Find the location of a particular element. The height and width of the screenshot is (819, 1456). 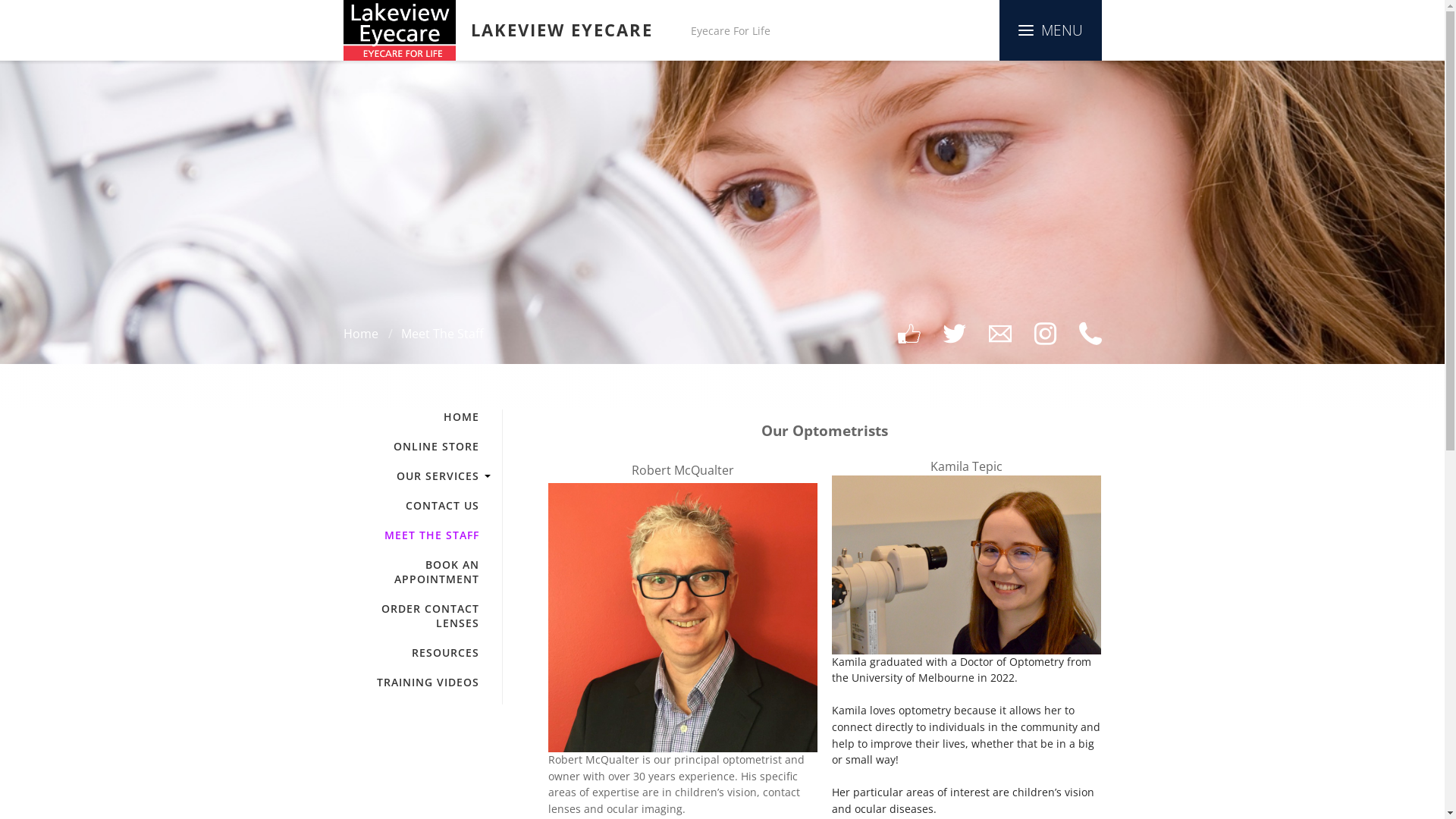

'MEET THE STAFF' is located at coordinates (410, 534).